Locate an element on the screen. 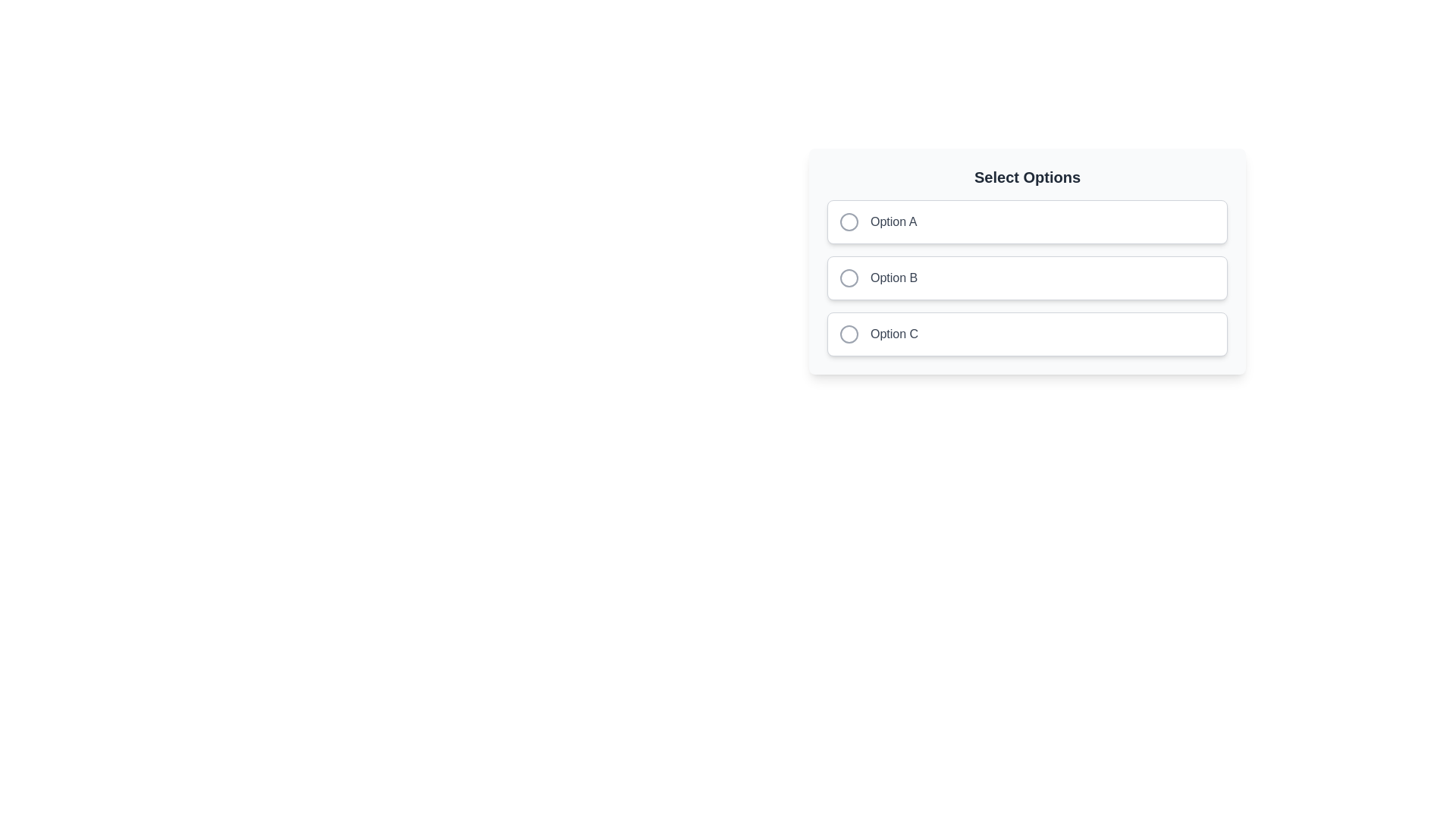 This screenshot has height=819, width=1456. the circular radio button styled element next to the text 'Option A' to select or deselect it is located at coordinates (848, 222).